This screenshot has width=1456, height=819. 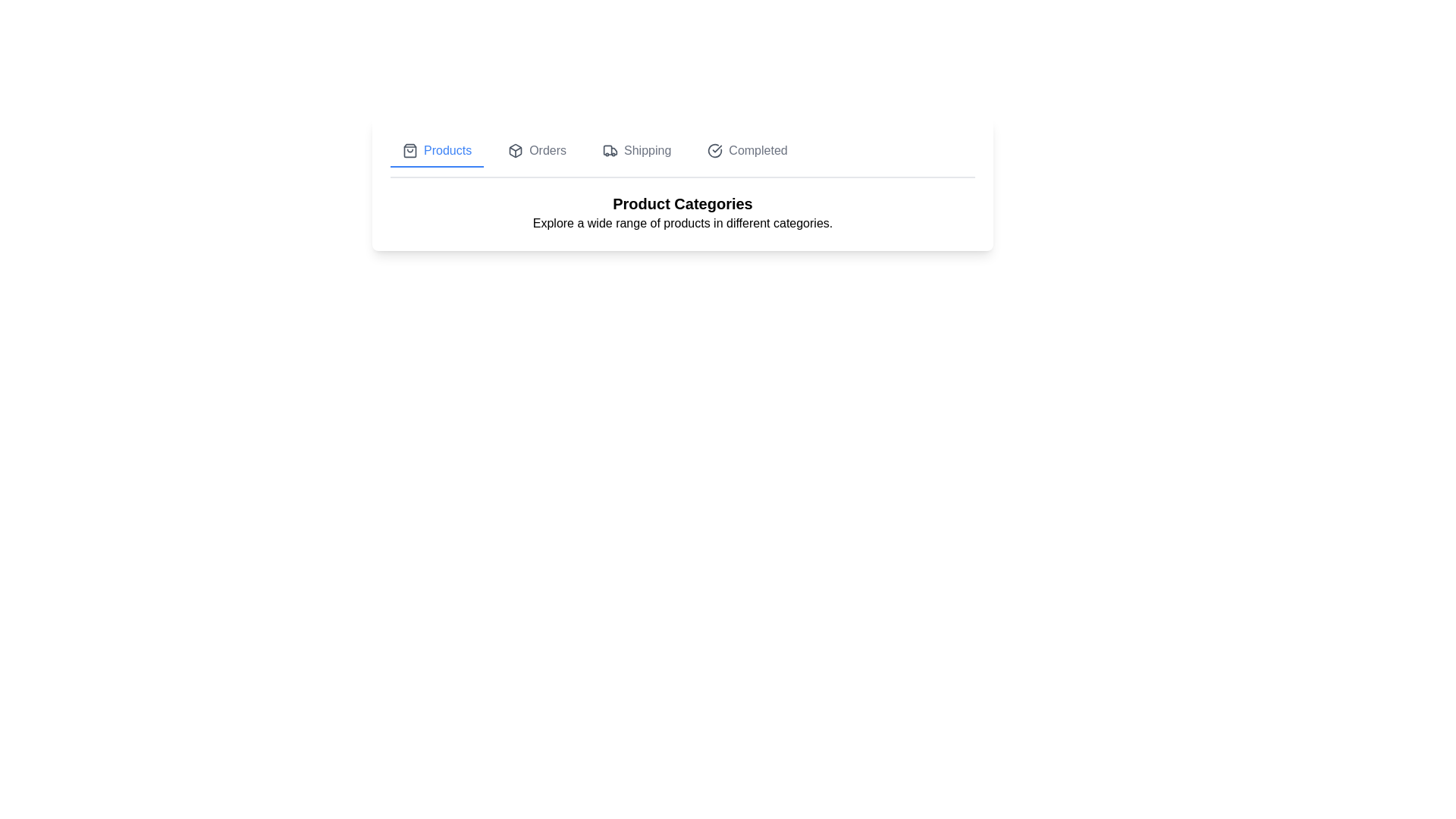 What do you see at coordinates (516, 151) in the screenshot?
I see `the central box-like icon in the Orders section of the header menu` at bounding box center [516, 151].